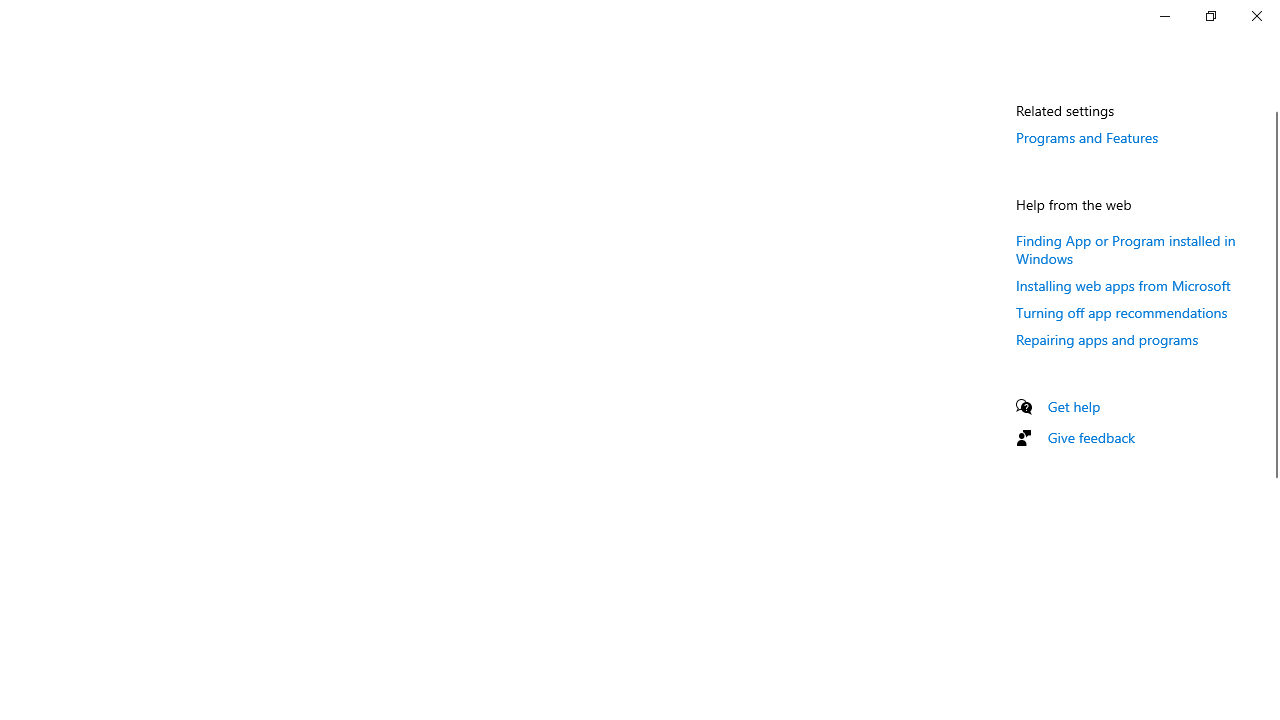 The image size is (1280, 720). I want to click on 'Finding App or Program installed in Windows', so click(1126, 247).